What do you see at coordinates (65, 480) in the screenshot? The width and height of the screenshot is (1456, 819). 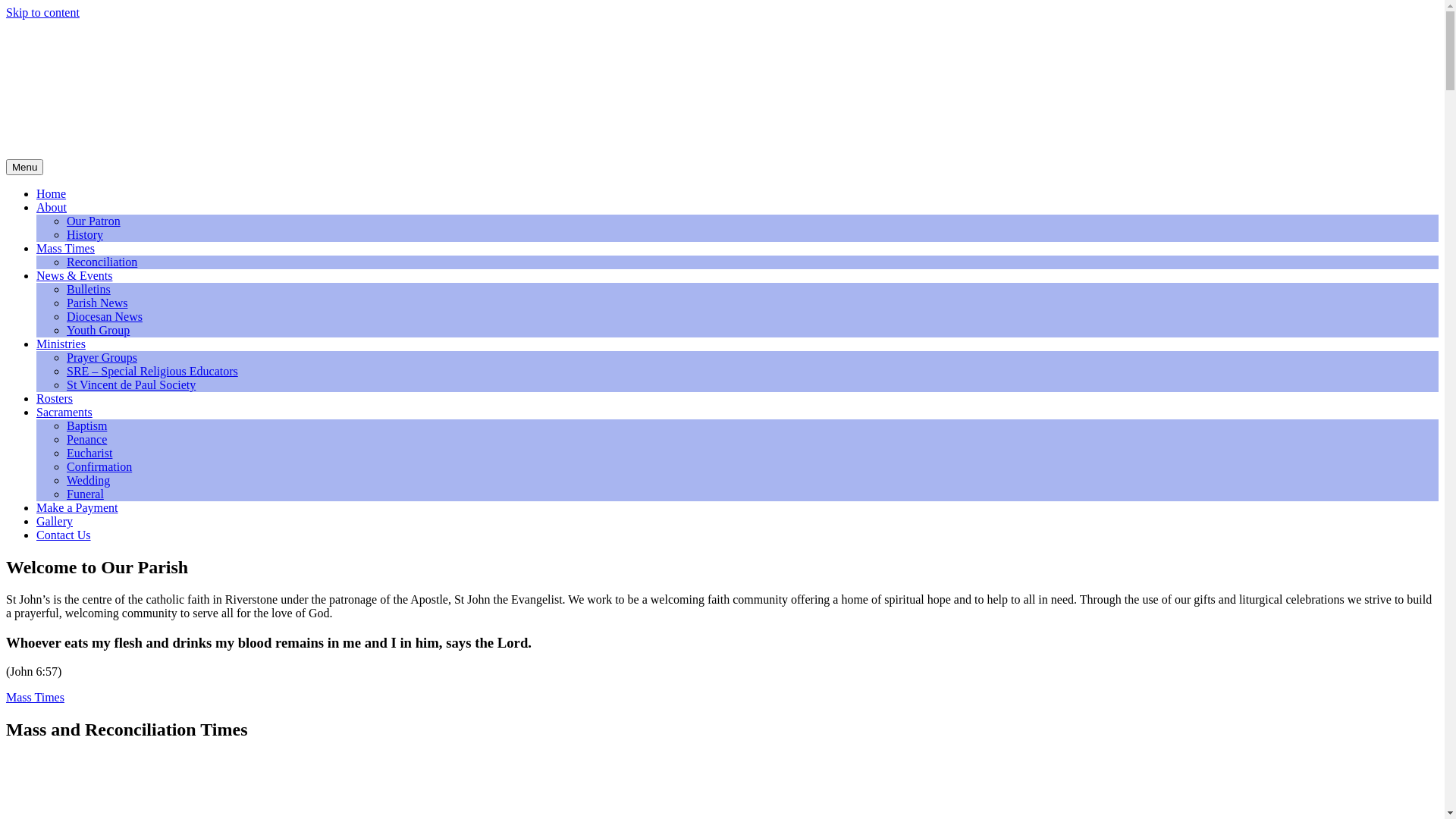 I see `'Wedding'` at bounding box center [65, 480].